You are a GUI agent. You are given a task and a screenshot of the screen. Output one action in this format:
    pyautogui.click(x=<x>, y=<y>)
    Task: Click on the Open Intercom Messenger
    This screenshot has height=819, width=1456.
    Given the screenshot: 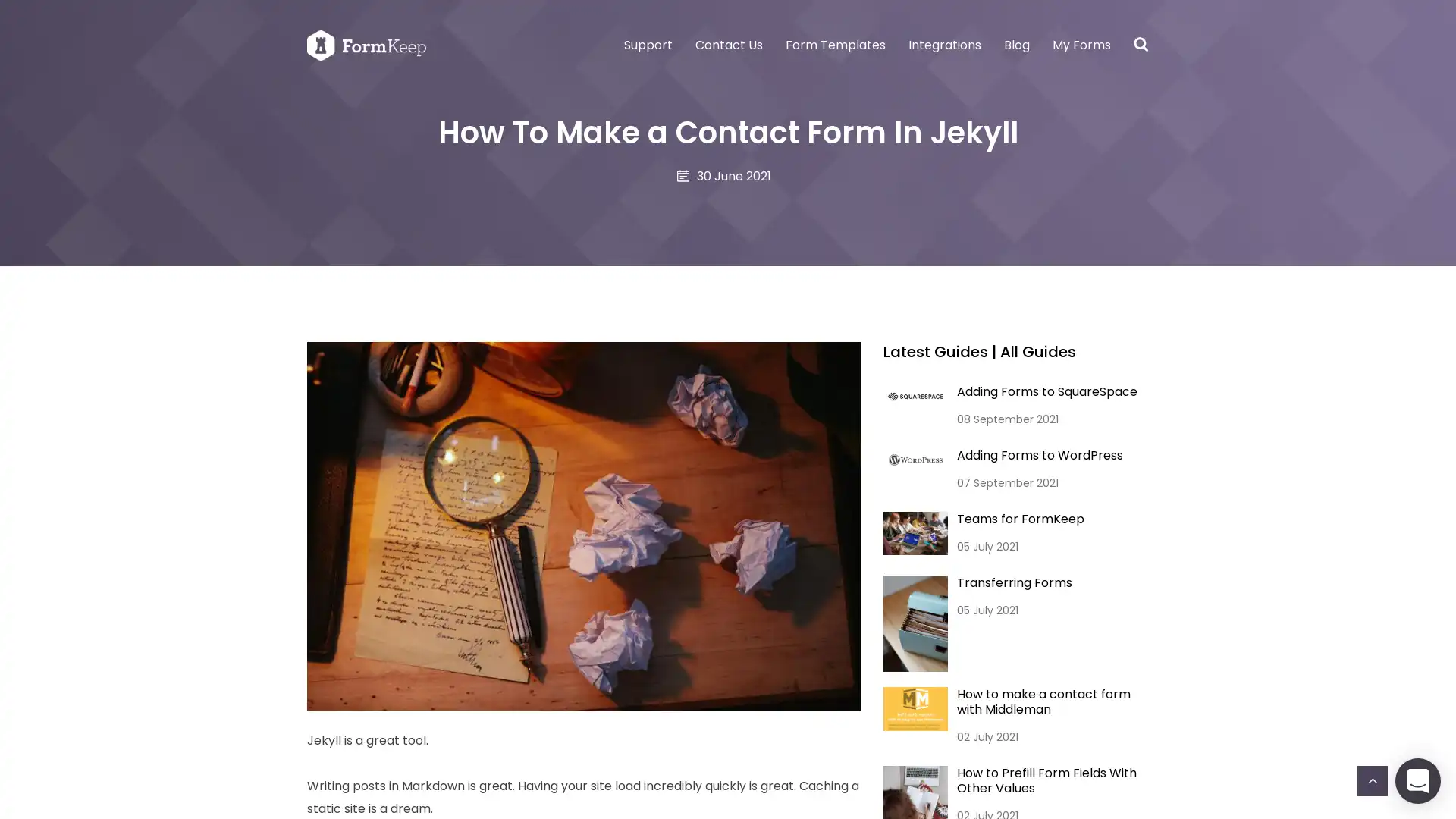 What is the action you would take?
    pyautogui.click(x=1417, y=780)
    